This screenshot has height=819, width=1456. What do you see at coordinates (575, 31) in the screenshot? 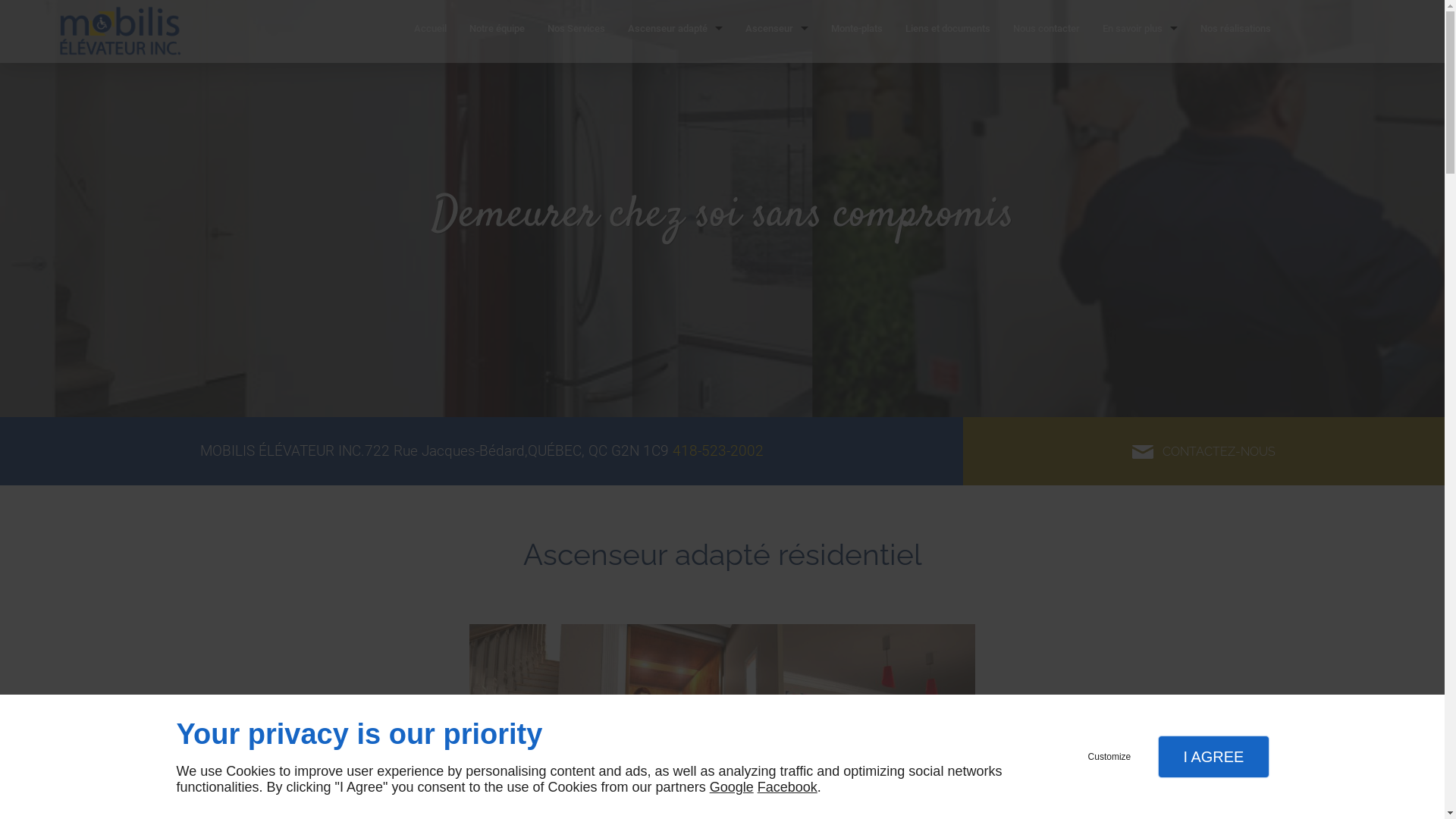
I see `'Nos Services'` at bounding box center [575, 31].